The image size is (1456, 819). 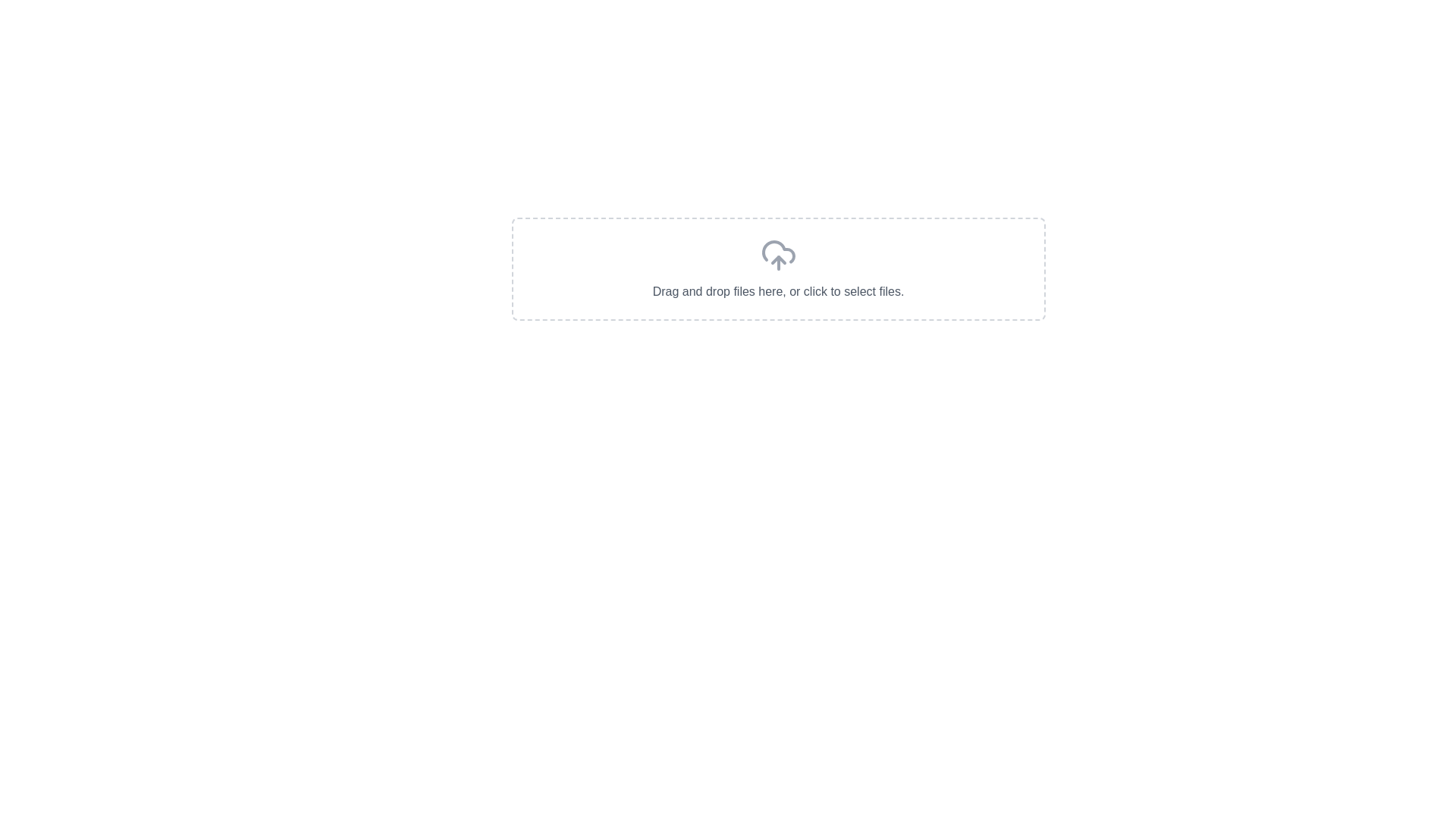 I want to click on the distinctive file upload area with a dashed border, which features a cloud icon and the text 'Drag and drop files here, or click to select files.', so click(x=778, y=268).